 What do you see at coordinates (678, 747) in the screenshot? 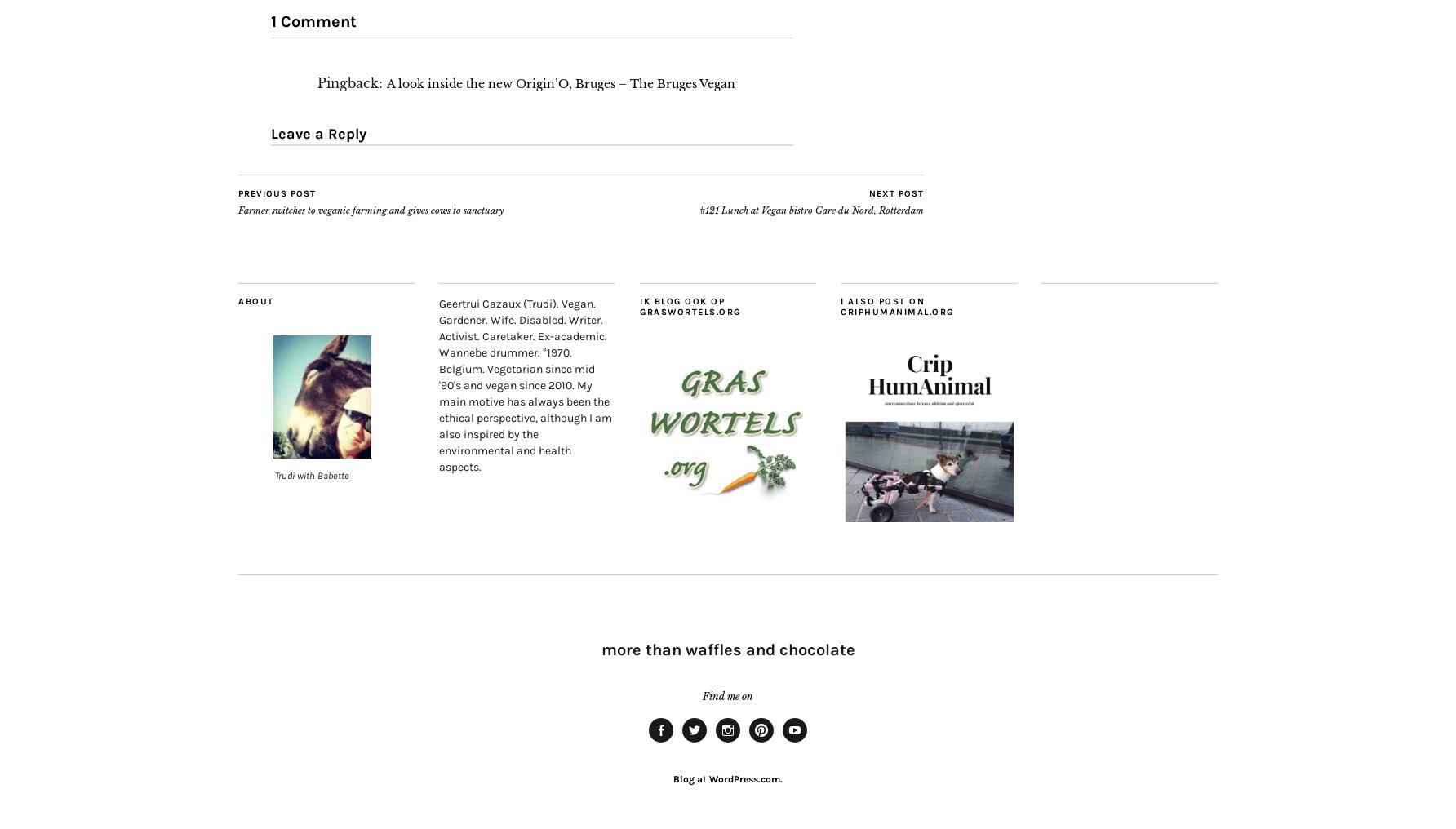
I see `'facebook'` at bounding box center [678, 747].